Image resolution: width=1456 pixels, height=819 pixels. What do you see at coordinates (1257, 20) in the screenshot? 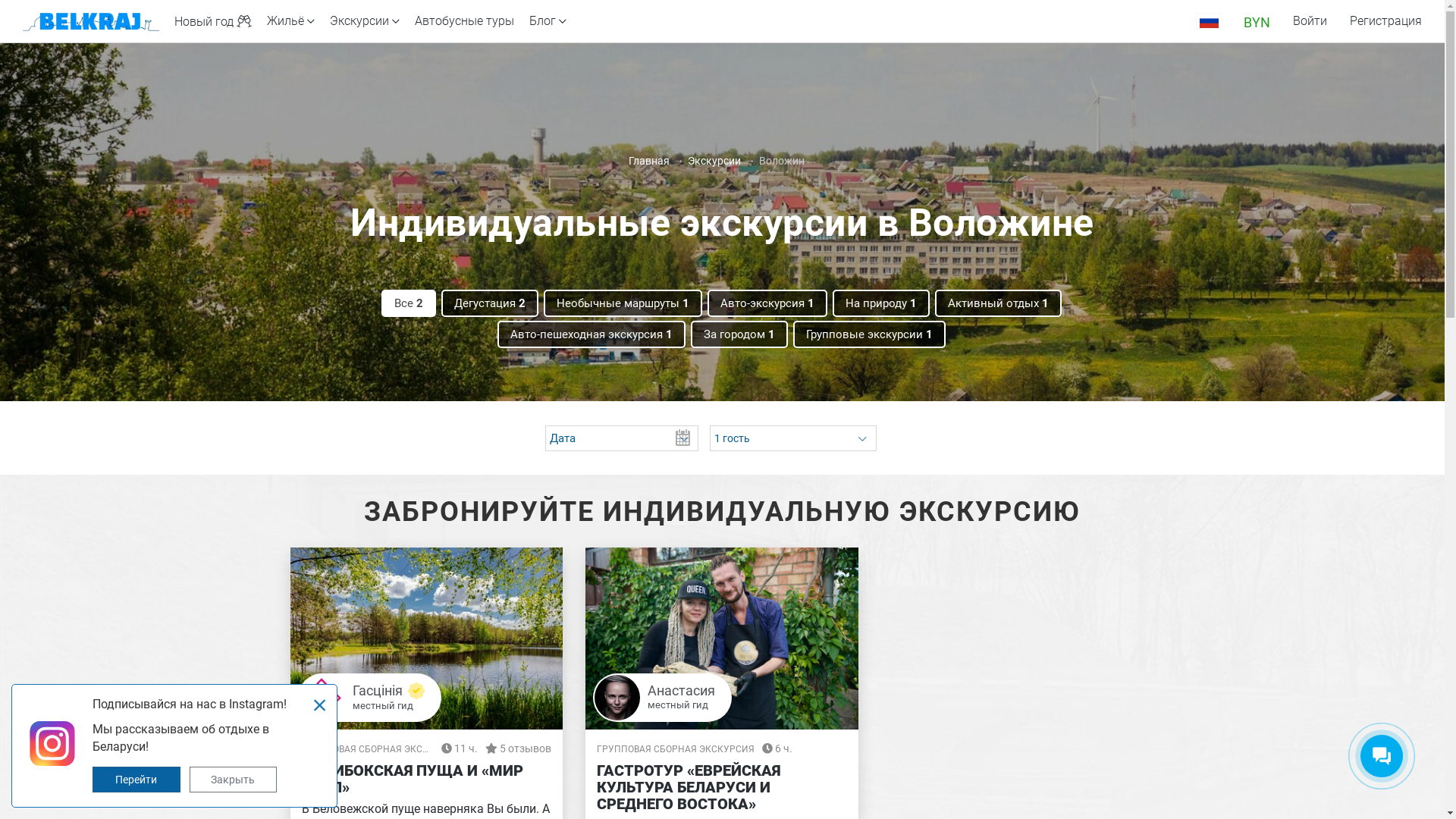
I see `'BYN'` at bounding box center [1257, 20].